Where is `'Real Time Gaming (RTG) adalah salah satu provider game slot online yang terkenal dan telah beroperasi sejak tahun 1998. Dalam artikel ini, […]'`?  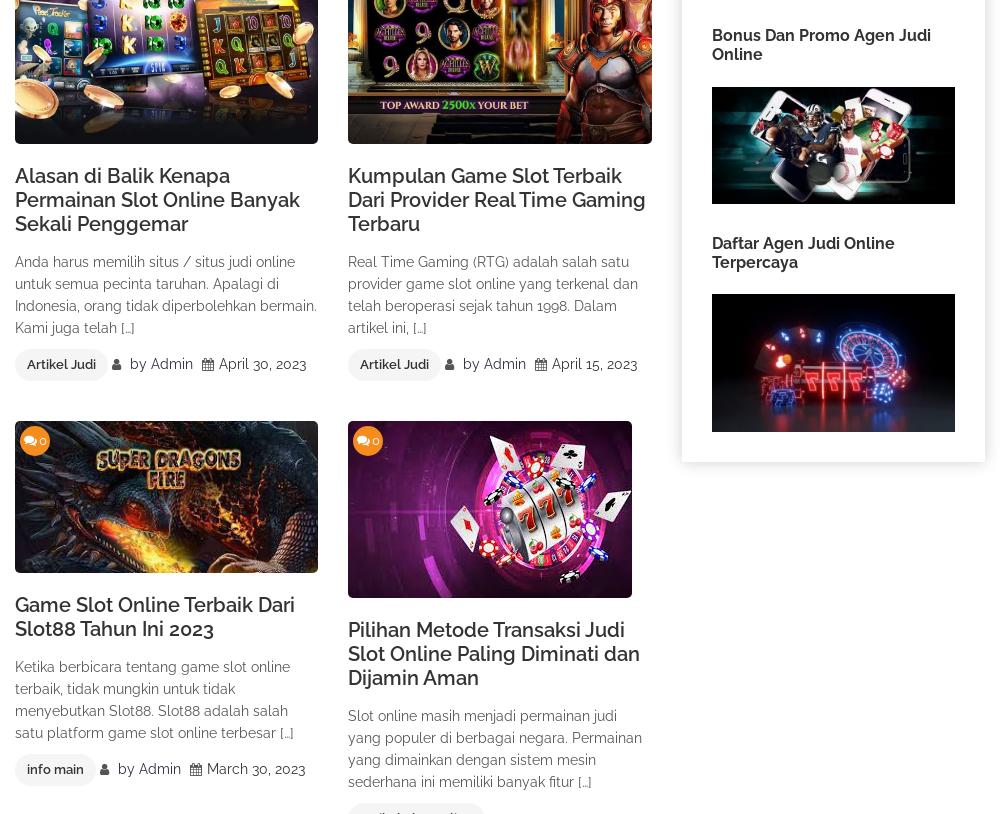
'Real Time Gaming (RTG) adalah salah satu provider game slot online yang terkenal dan telah beroperasi sejak tahun 1998. Dalam artikel ini, […]' is located at coordinates (492, 294).